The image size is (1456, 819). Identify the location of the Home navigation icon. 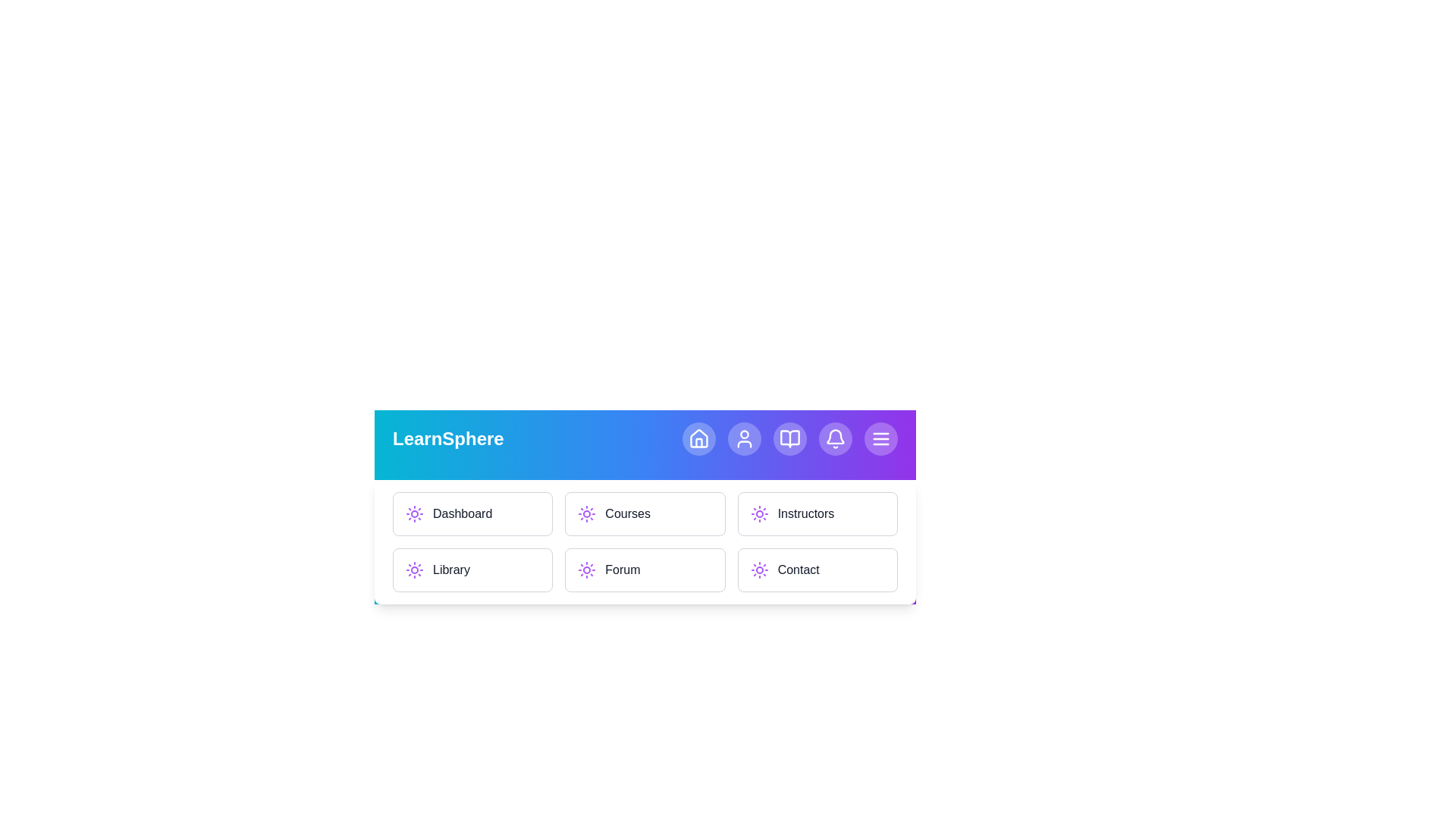
(698, 438).